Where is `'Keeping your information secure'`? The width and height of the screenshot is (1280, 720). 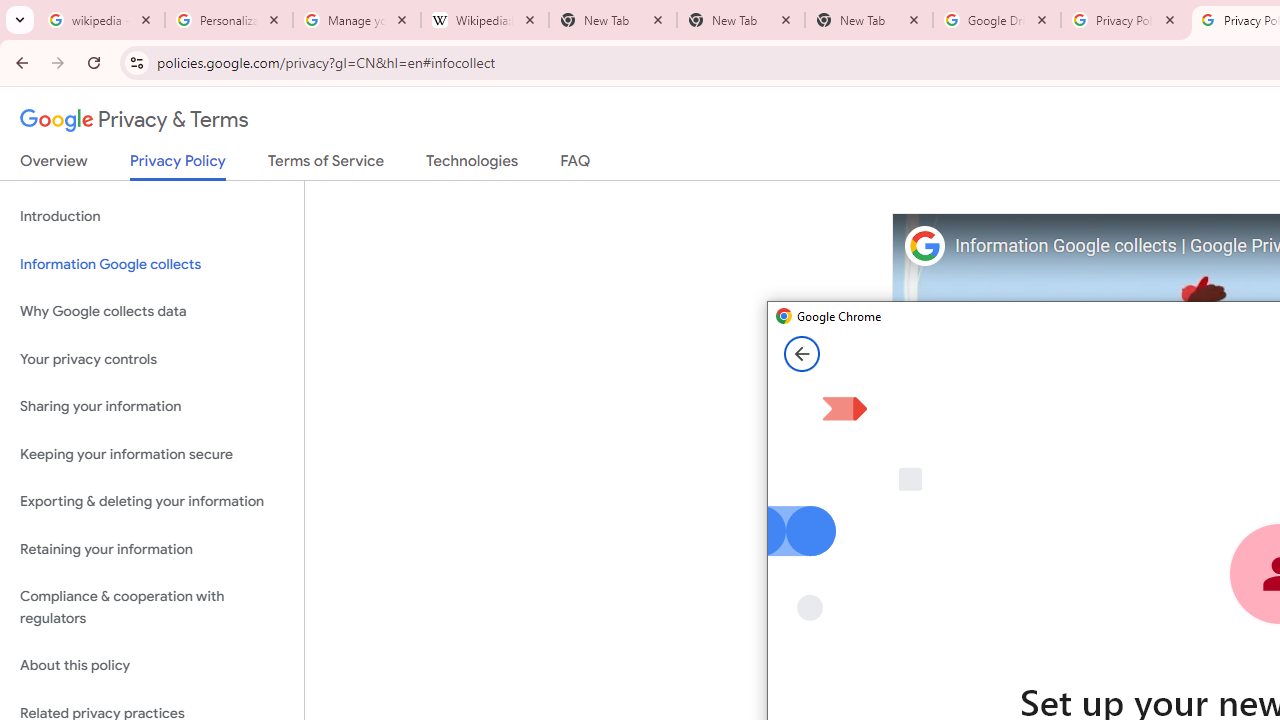
'Keeping your information secure' is located at coordinates (151, 454).